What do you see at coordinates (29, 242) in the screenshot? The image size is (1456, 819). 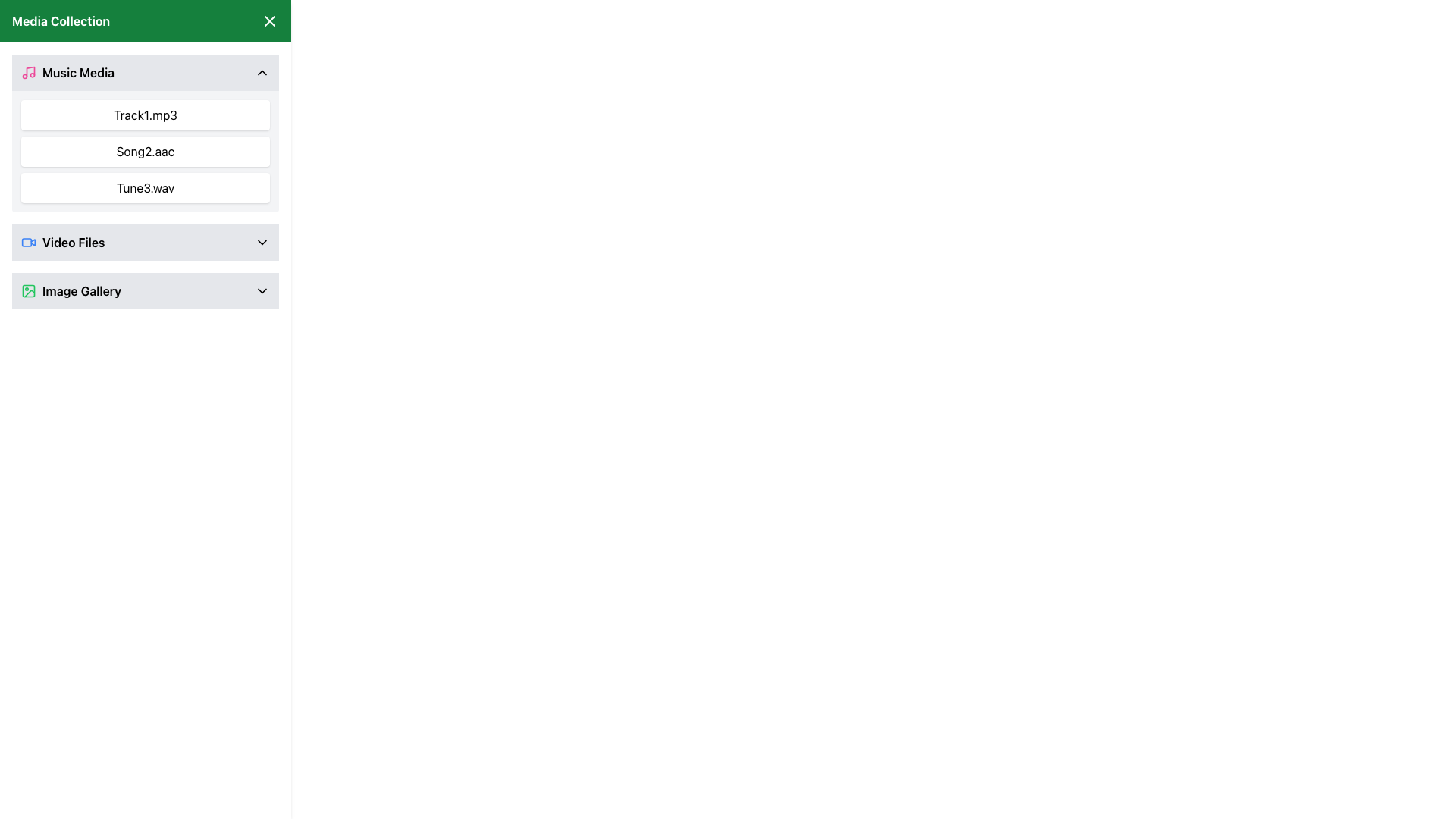 I see `the video camera icon with a blue outline, located to the left of the 'Video Files' text in the sidebar interface` at bounding box center [29, 242].